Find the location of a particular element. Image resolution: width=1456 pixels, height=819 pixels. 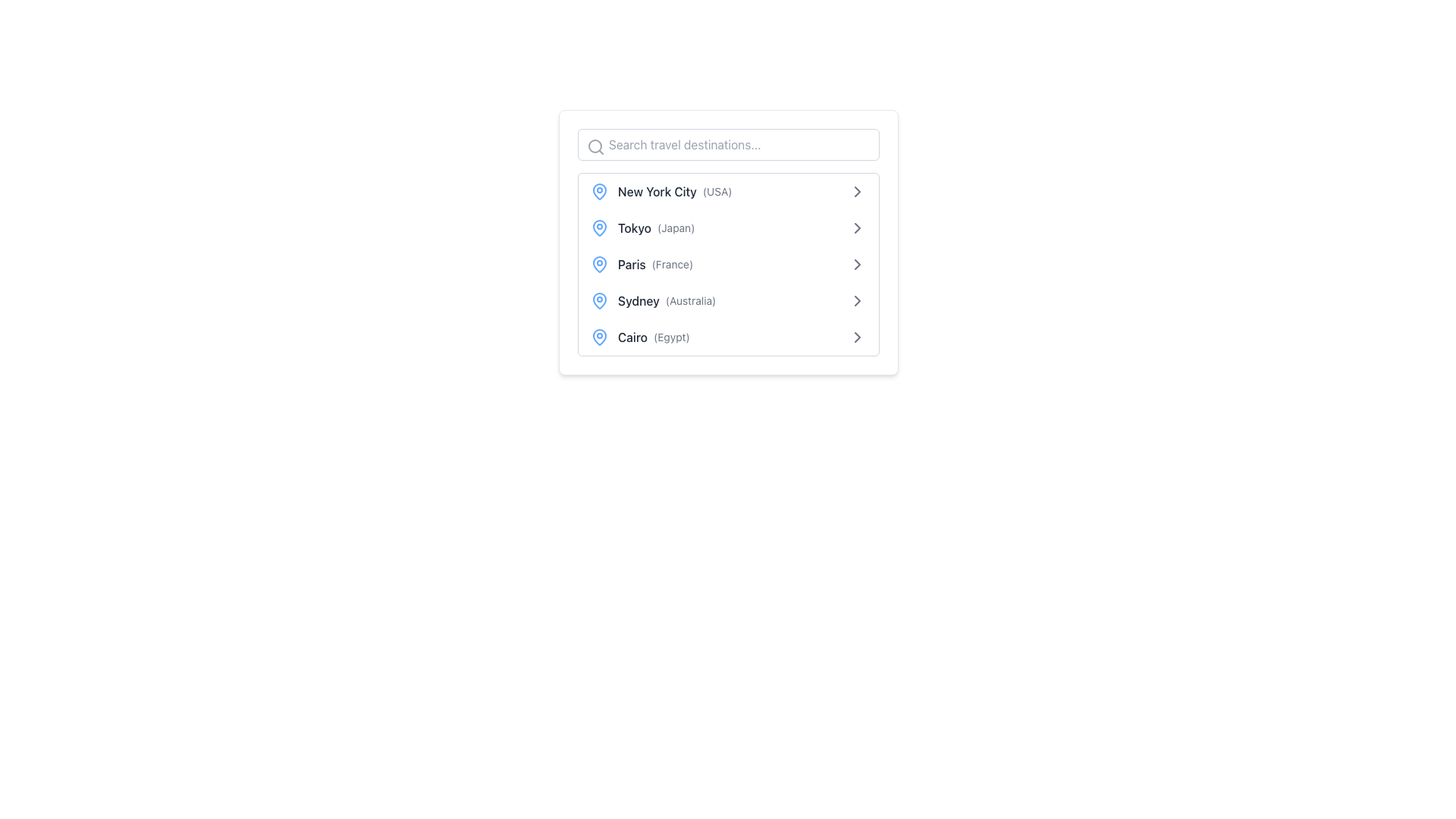

the leftmost icon in the first list item, which resembles a drop or pin with a hollow body and filled center, preceding the 'New York City (USA)' text entry is located at coordinates (599, 190).